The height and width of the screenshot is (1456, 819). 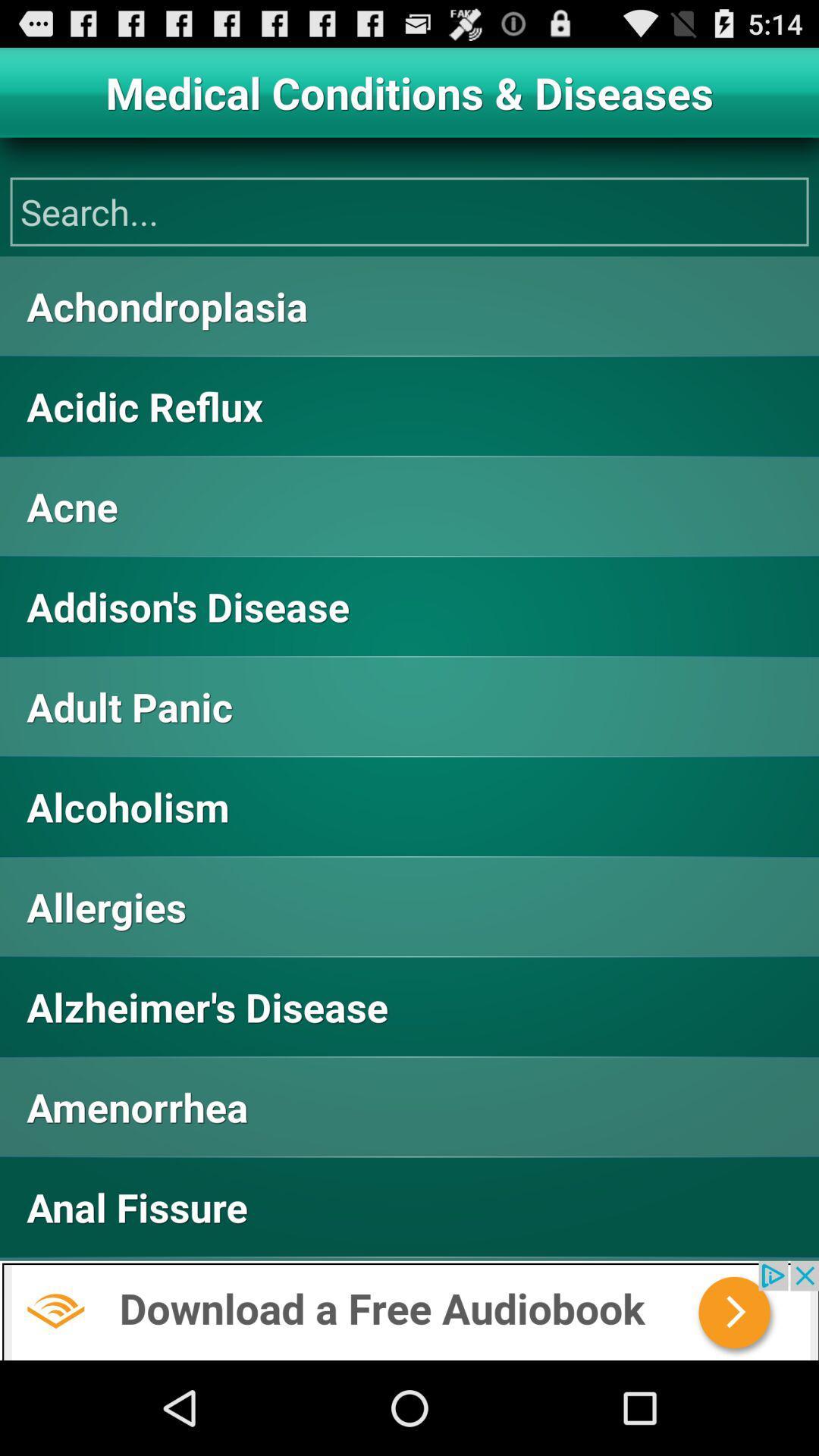 What do you see at coordinates (409, 211) in the screenshot?
I see `search` at bounding box center [409, 211].